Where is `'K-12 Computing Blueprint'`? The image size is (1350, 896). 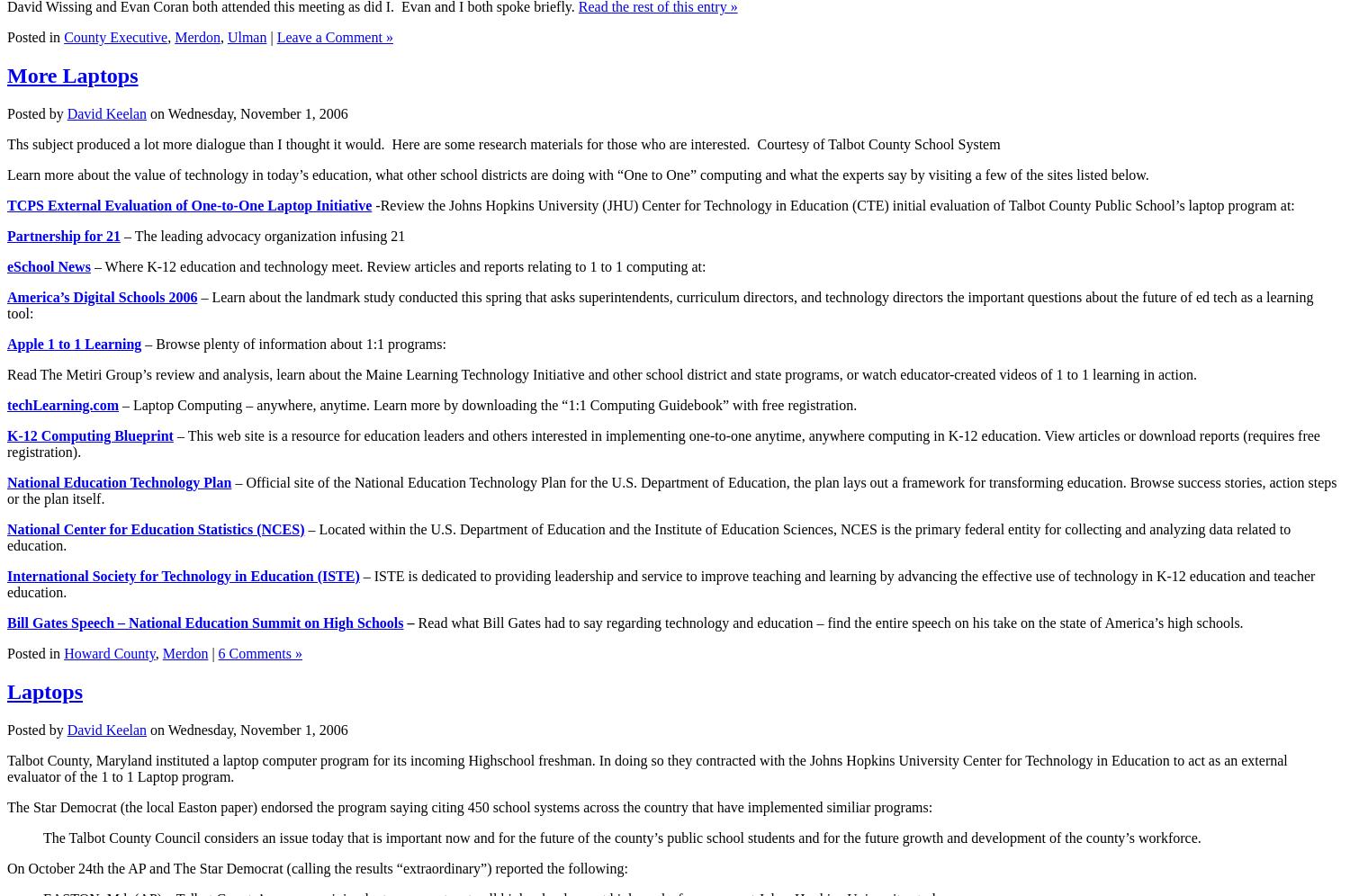
'K-12 Computing Blueprint' is located at coordinates (89, 435).